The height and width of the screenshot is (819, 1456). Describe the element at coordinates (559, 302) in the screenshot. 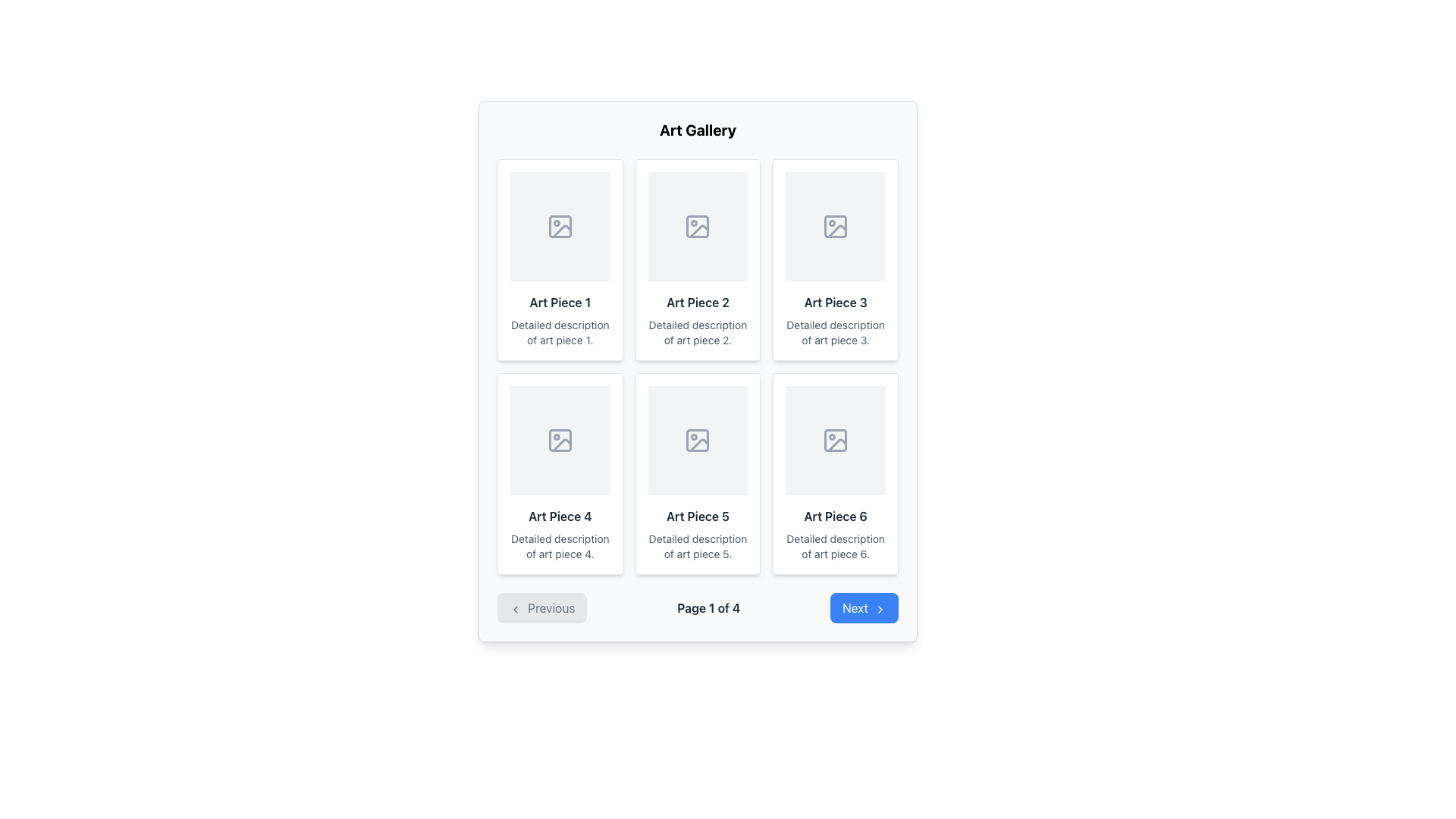

I see `static text label displaying the title of the art piece located in the top-left corner of the grid layout, part of an individual card in the gallery` at that location.